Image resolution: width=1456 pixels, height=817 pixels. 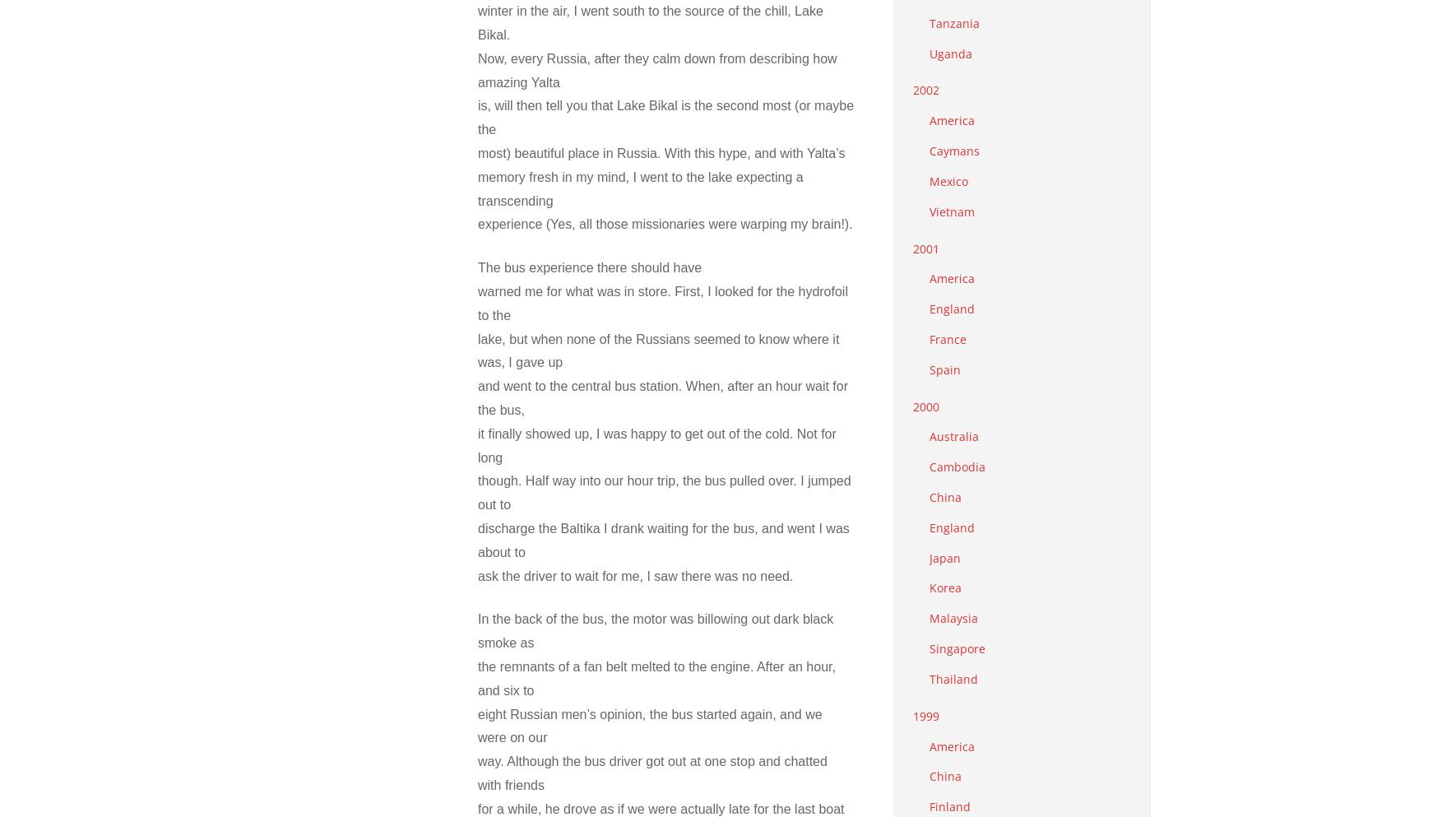 I want to click on 'Tanzania', so click(x=954, y=21).